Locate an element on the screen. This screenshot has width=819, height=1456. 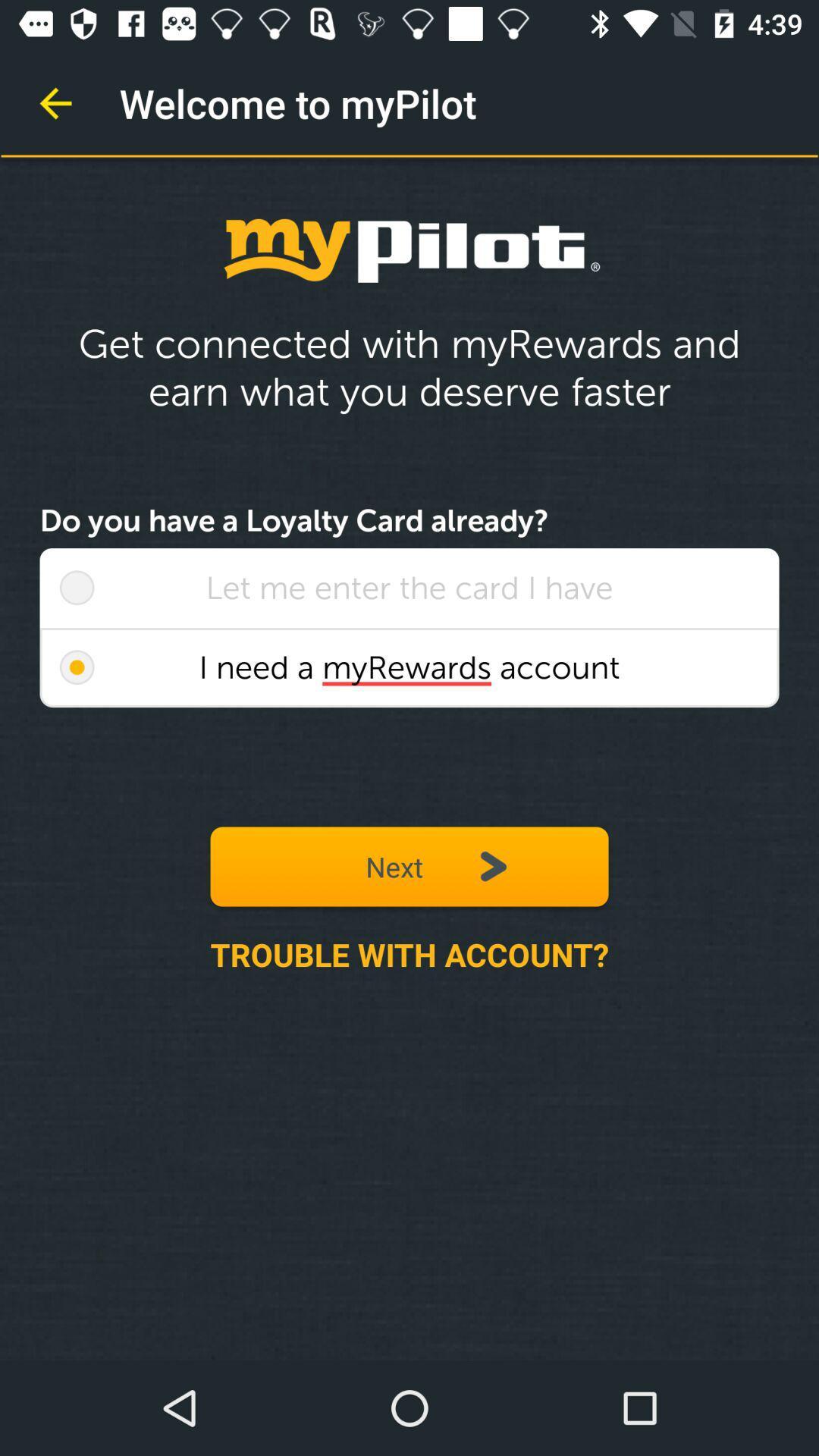
i need a is located at coordinates (409, 667).